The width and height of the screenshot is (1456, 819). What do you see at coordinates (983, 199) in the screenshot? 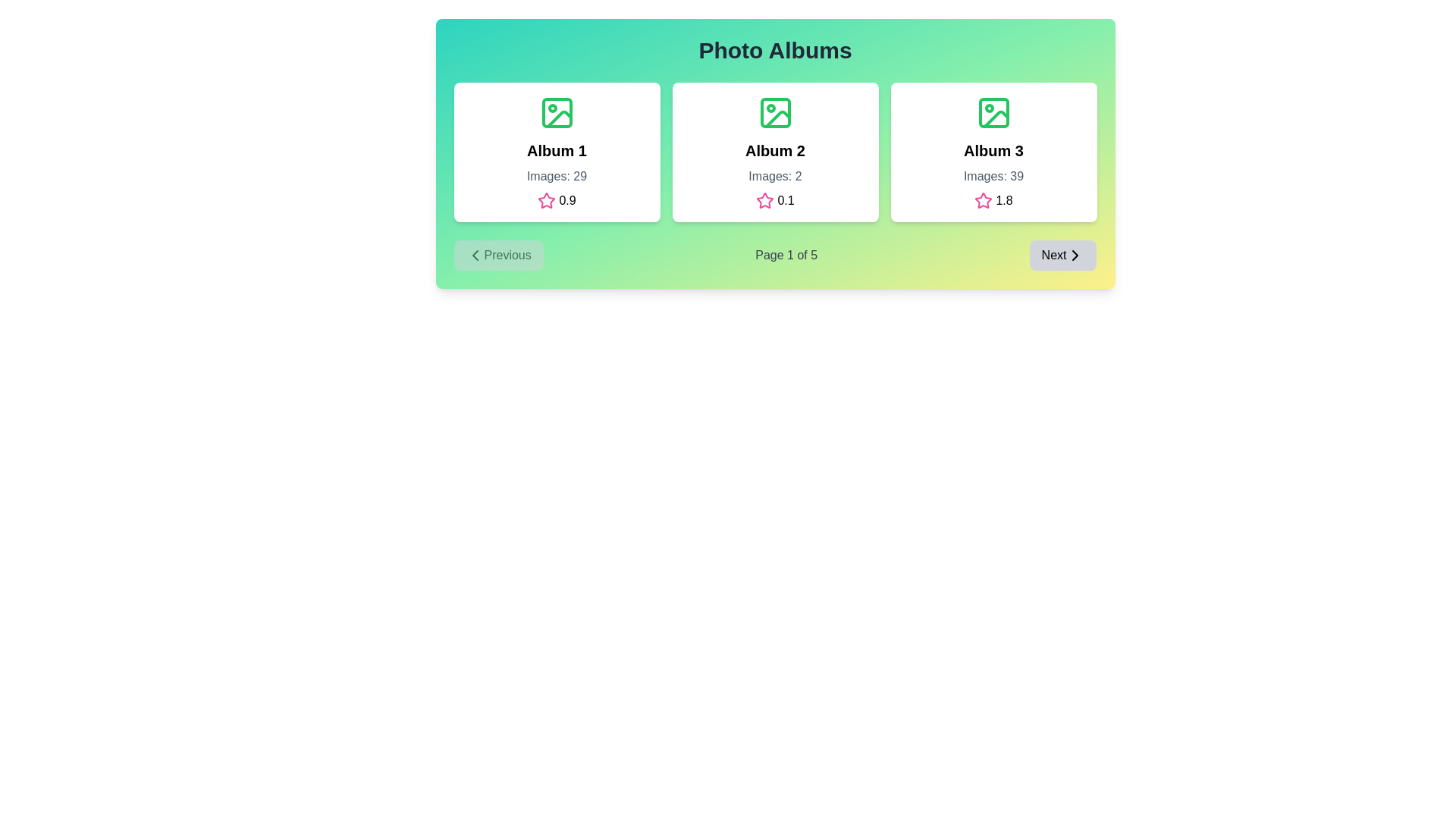
I see `the rating icon located under 'Album 2', positioned slightly to the left of the textual indication of '0.1'` at bounding box center [983, 199].